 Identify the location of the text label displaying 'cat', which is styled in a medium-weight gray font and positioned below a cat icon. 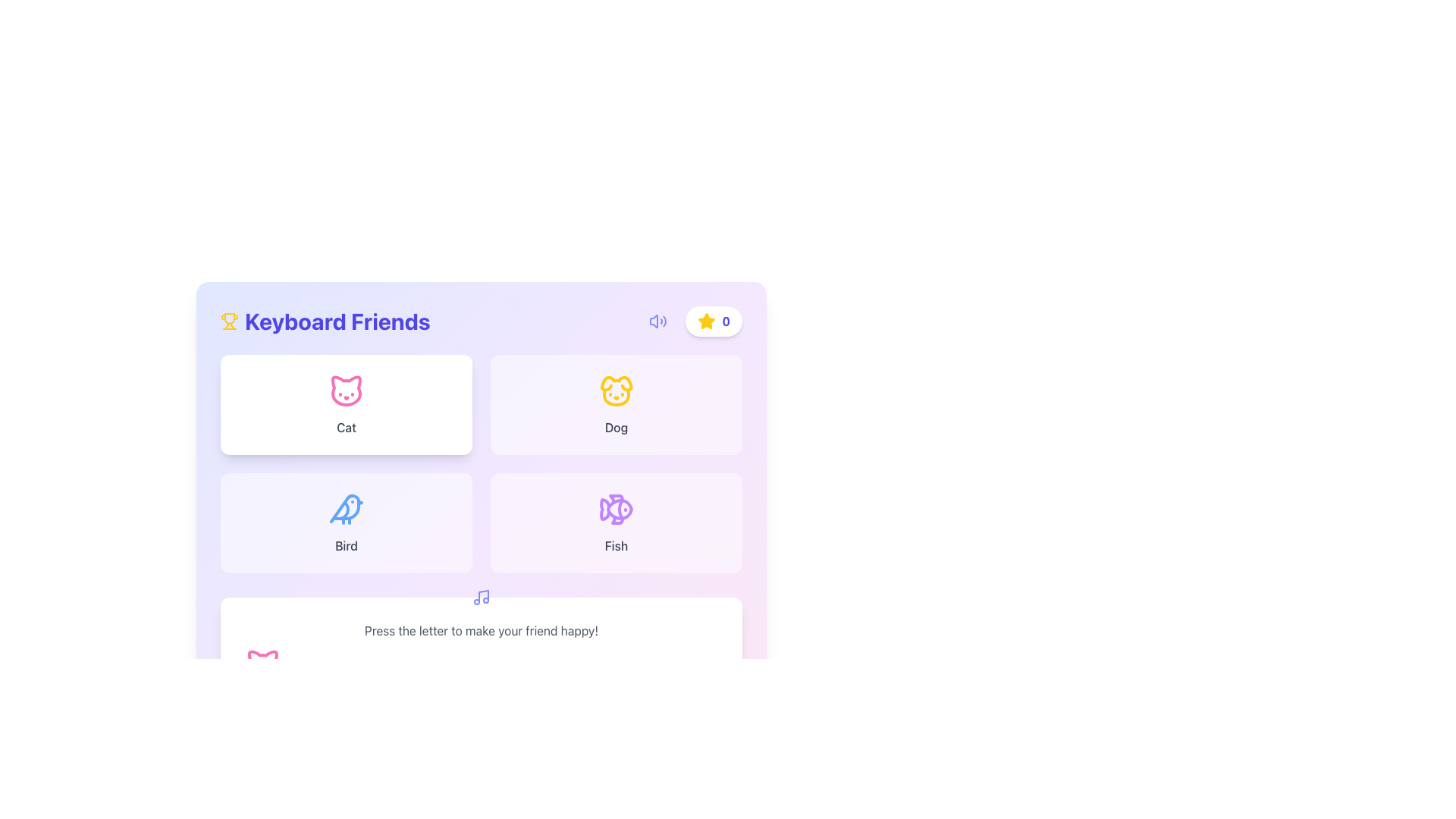
(345, 427).